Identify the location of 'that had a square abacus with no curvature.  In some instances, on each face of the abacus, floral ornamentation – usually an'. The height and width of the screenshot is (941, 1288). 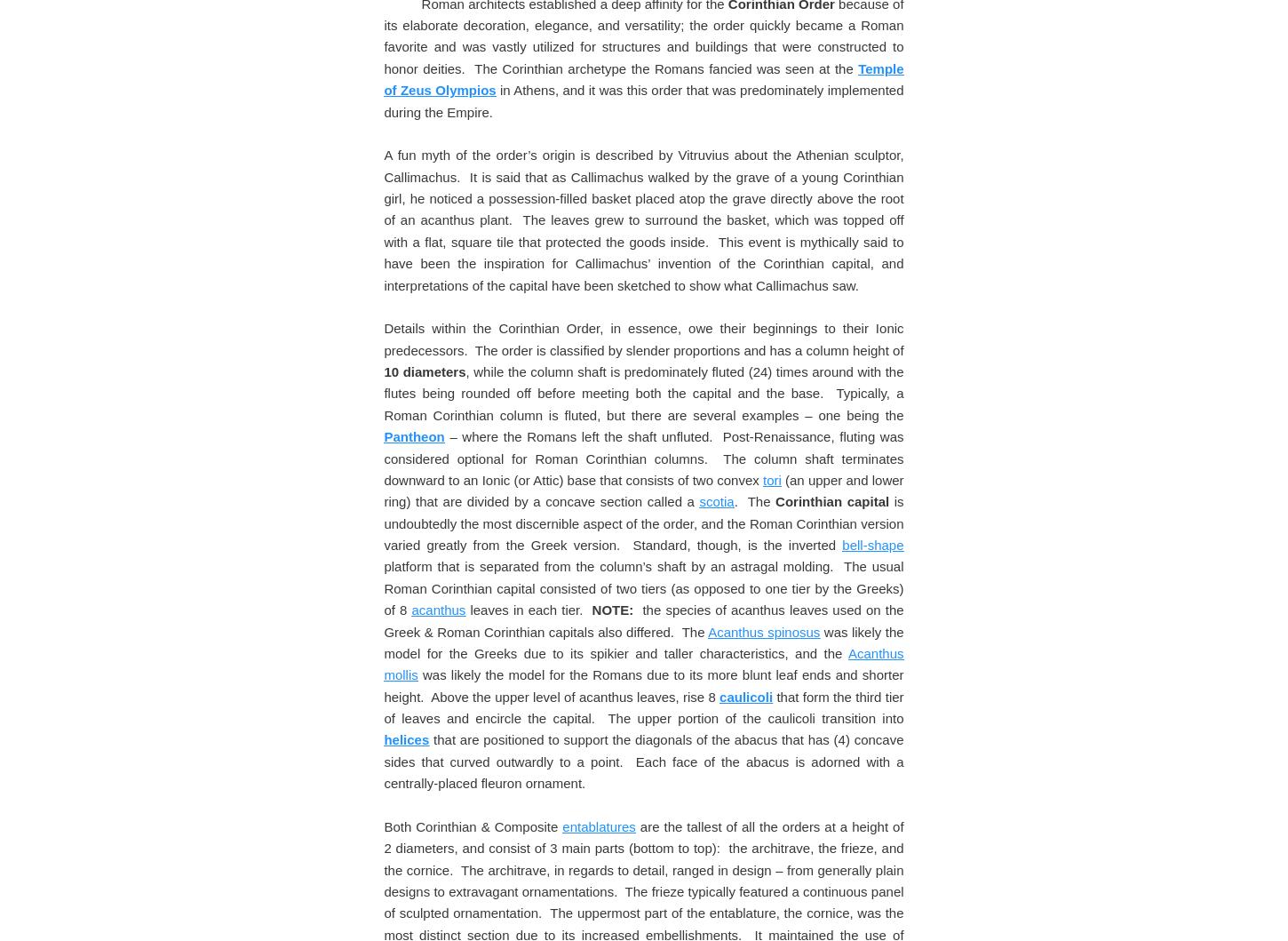
(642, 24).